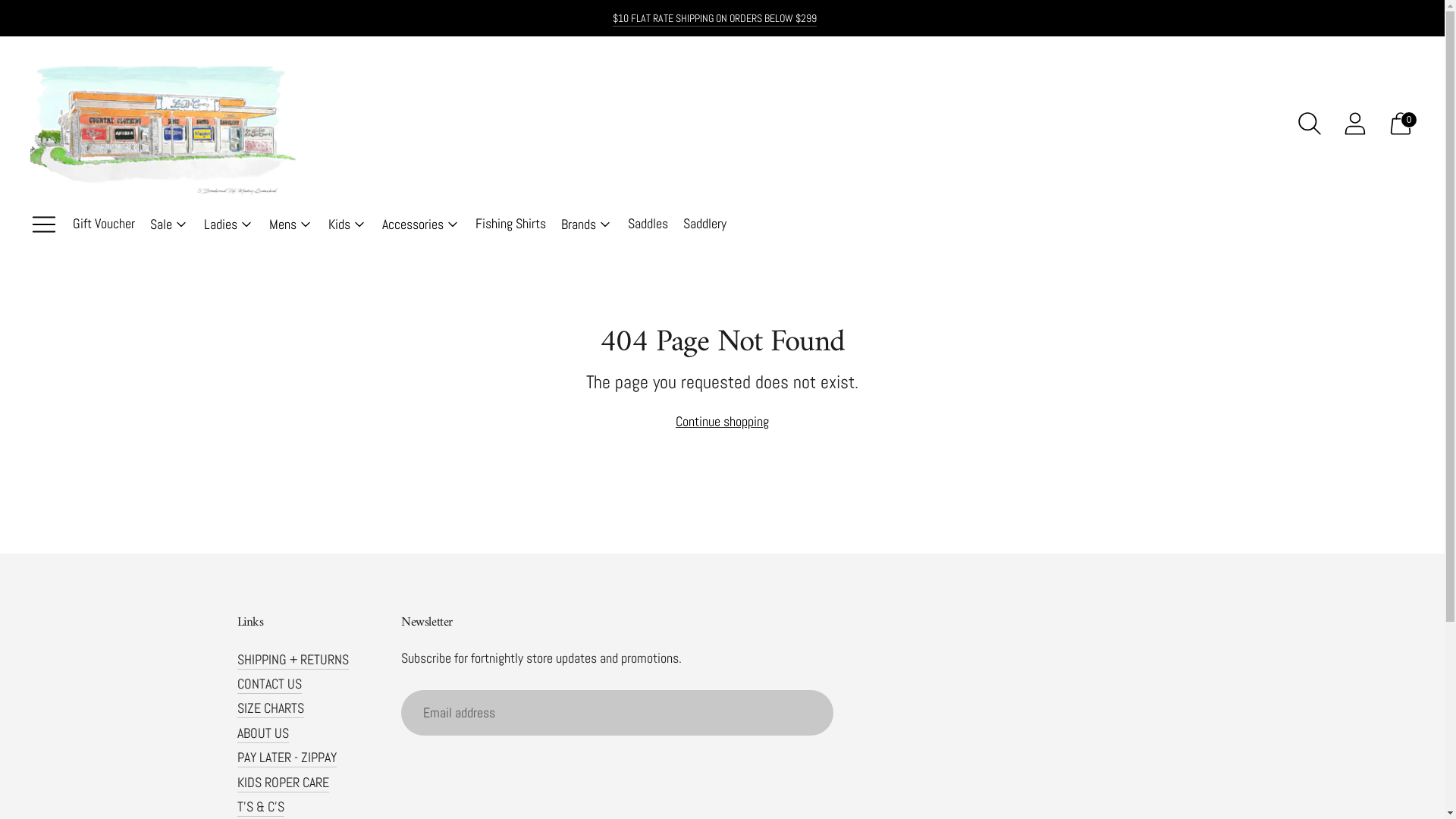  I want to click on 'Sale', so click(149, 224).